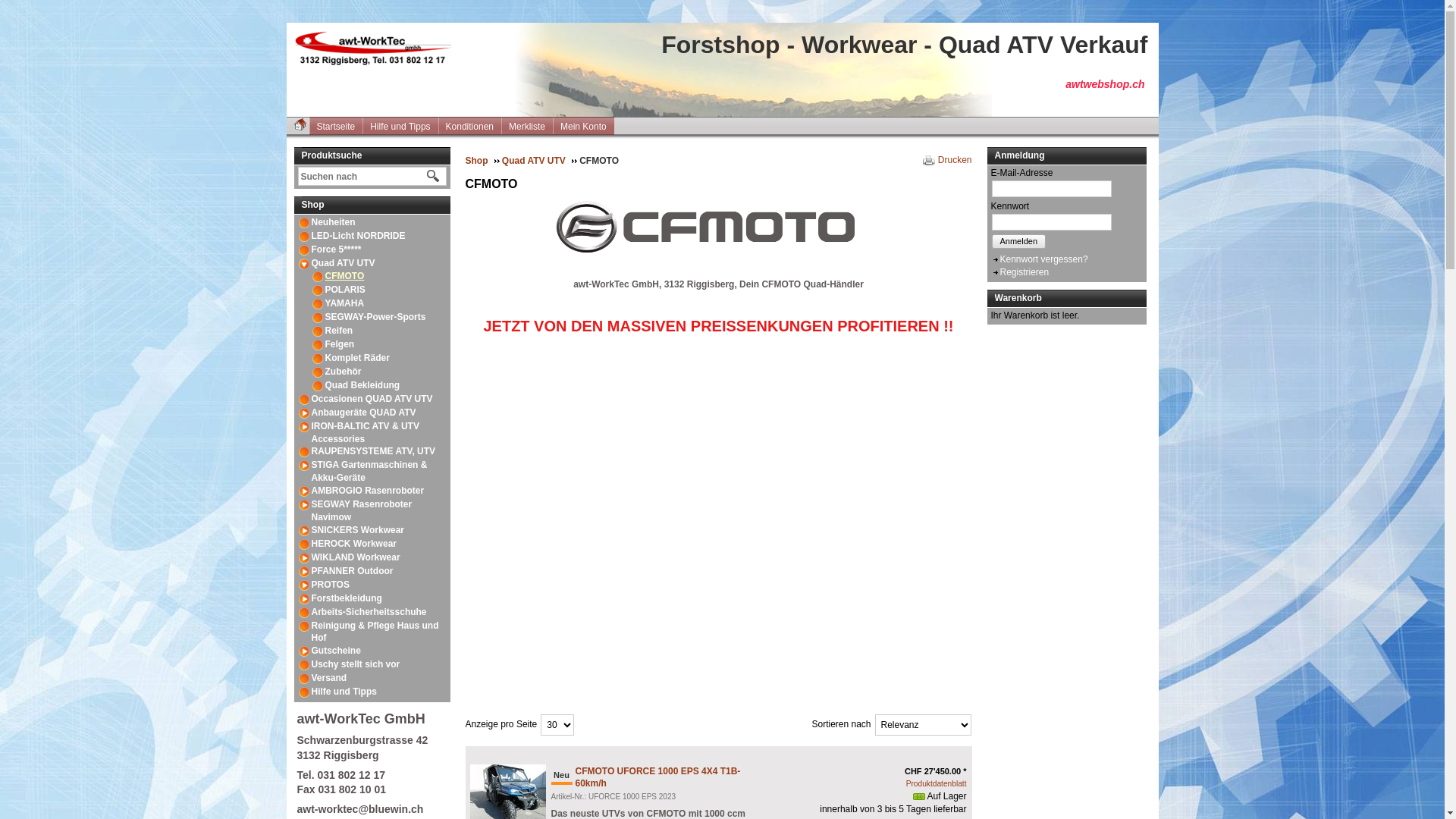  What do you see at coordinates (362, 384) in the screenshot?
I see `'Quad Bekleidung'` at bounding box center [362, 384].